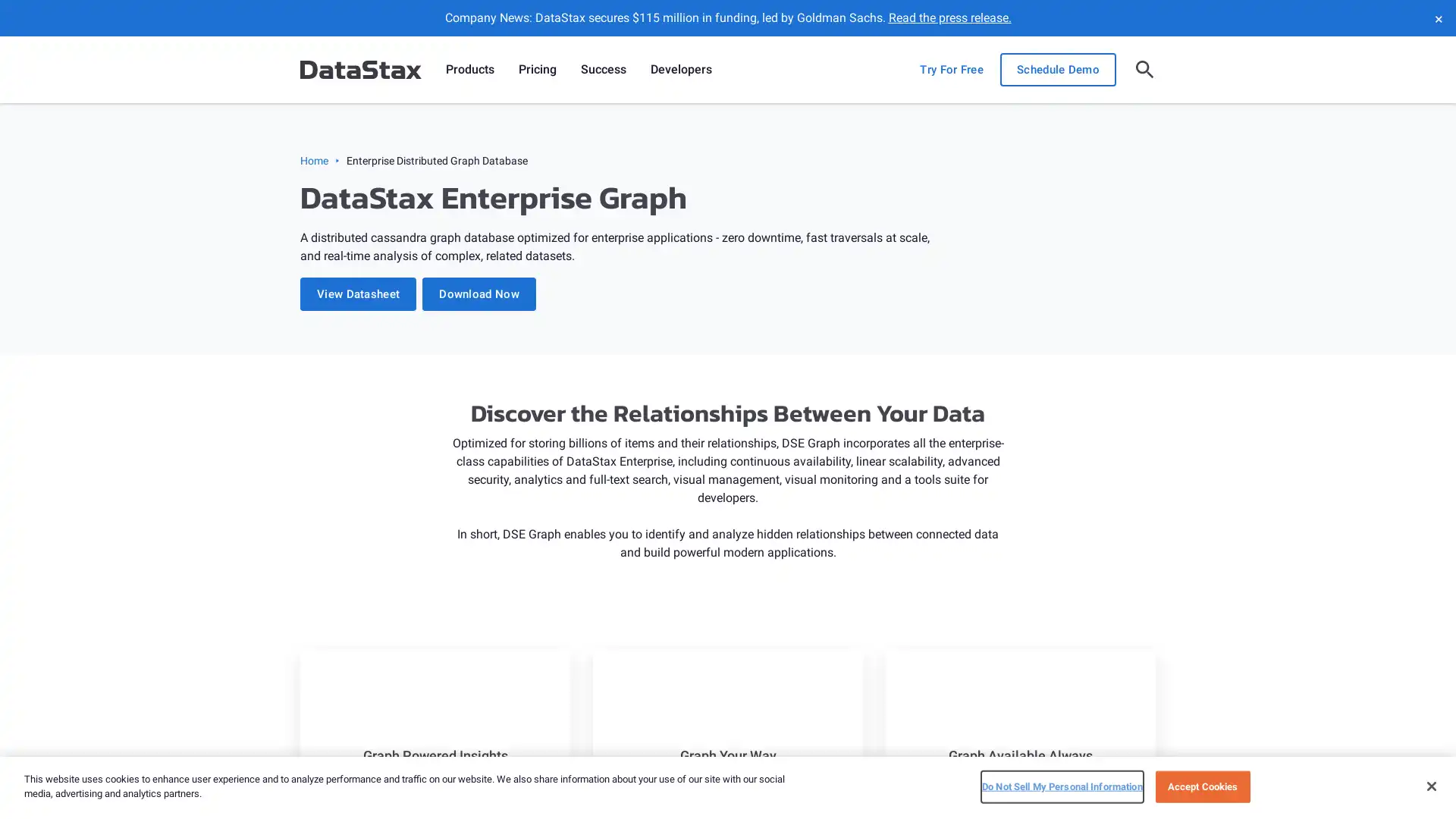 The height and width of the screenshot is (819, 1456). Describe the element at coordinates (469, 70) in the screenshot. I see `Products` at that location.